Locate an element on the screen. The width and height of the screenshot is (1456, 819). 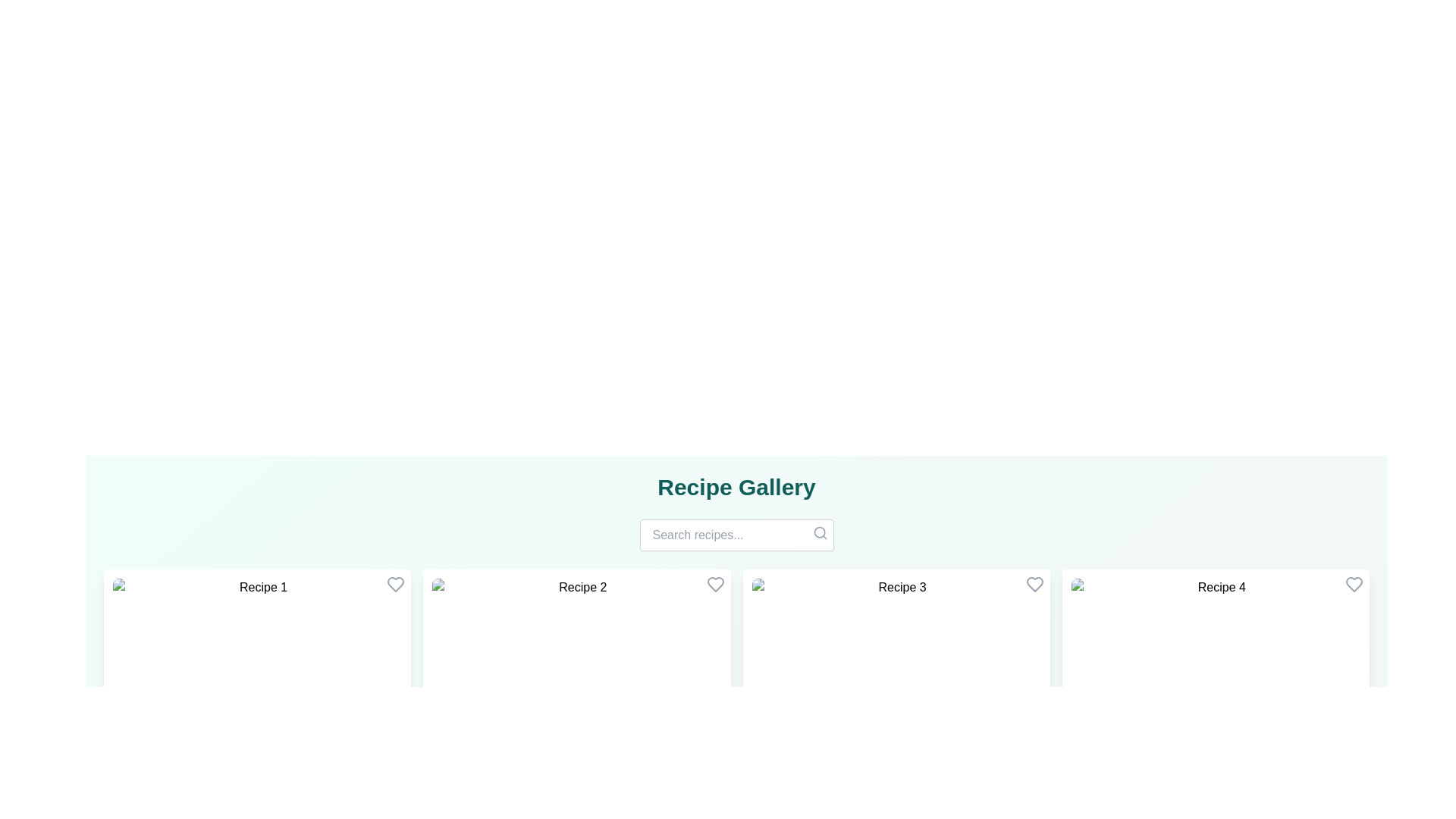
the heart-shaped icon, which is a button or indicator for 'like' or 'favorite' action, located to the right of the 'Recipe 2' title and image in the second card of the recipe gallery is located at coordinates (714, 584).